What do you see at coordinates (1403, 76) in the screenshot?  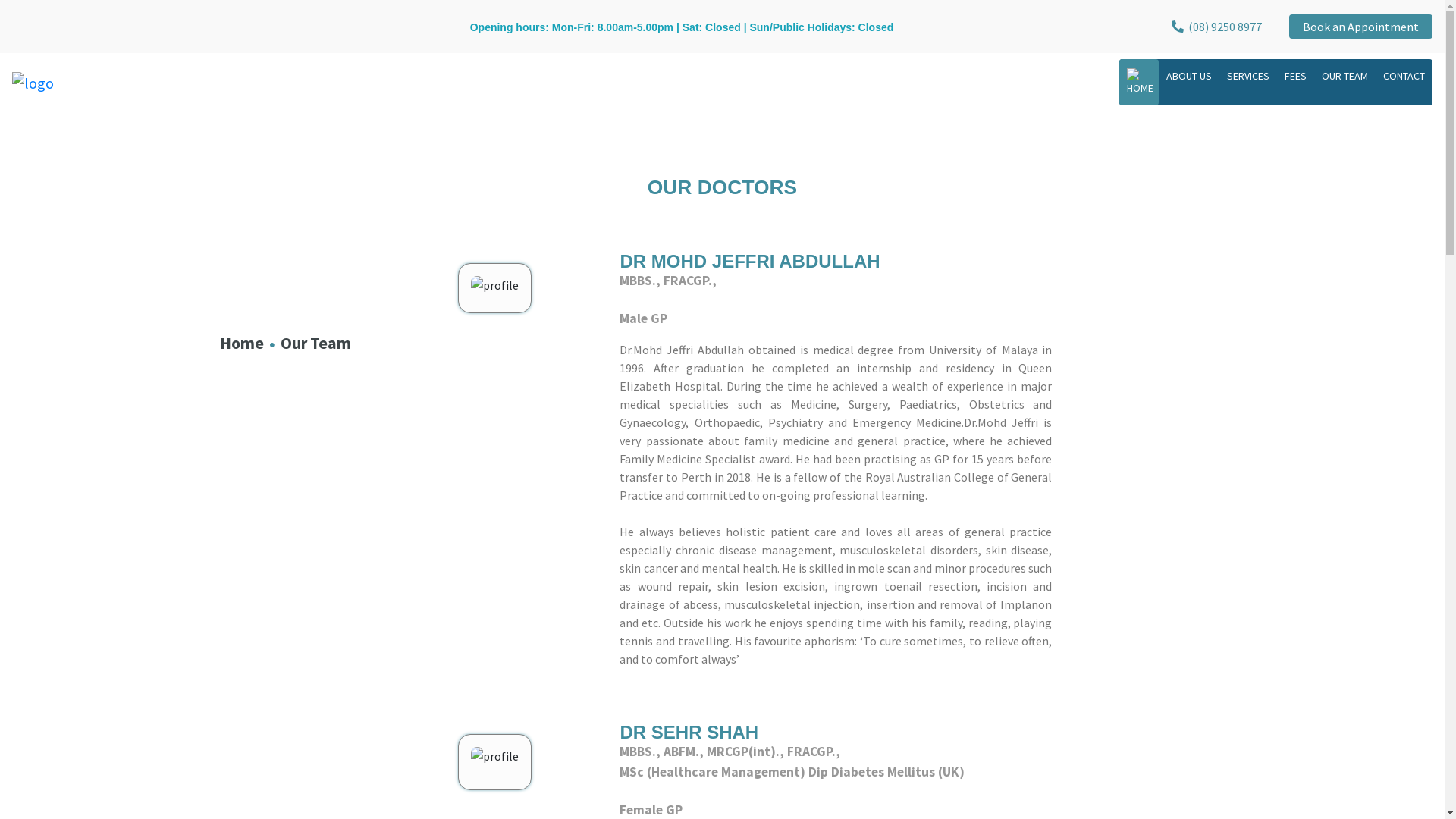 I see `'CONTACT'` at bounding box center [1403, 76].